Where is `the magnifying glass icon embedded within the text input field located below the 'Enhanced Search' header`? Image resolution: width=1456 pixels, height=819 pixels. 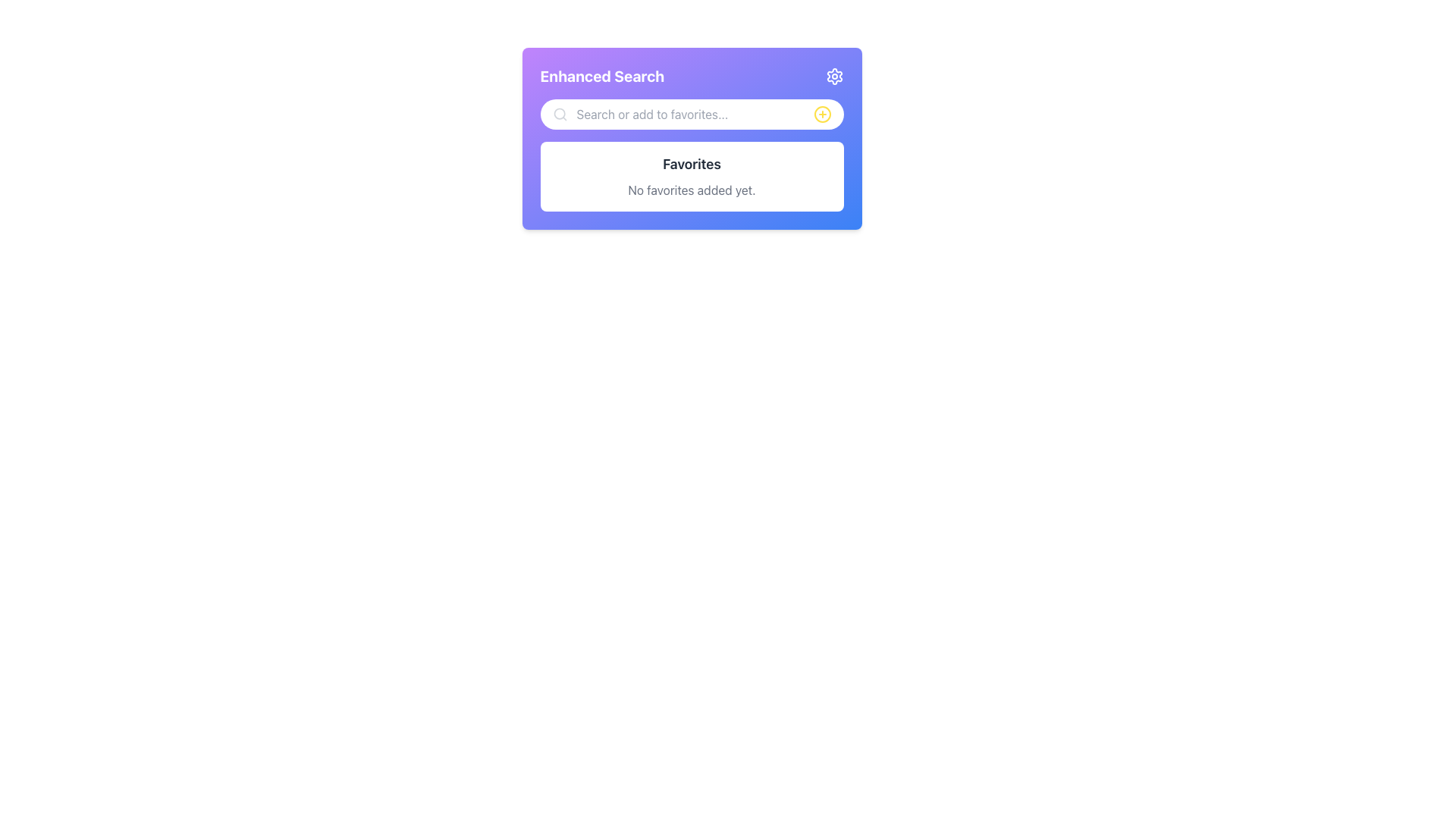
the magnifying glass icon embedded within the text input field located below the 'Enhanced Search' header is located at coordinates (691, 113).